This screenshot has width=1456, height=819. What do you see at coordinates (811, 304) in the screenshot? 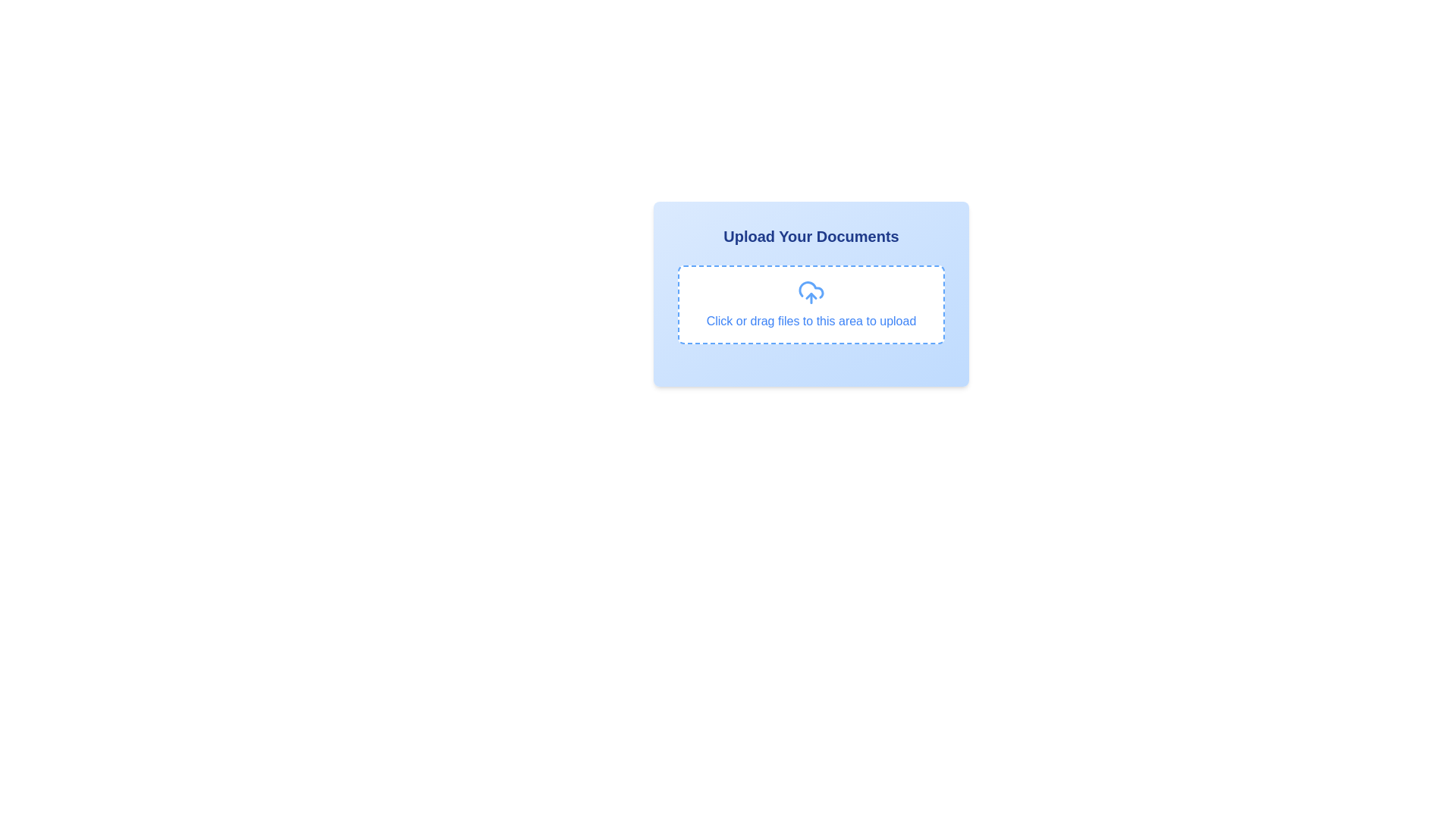
I see `the file upload area, which has a dashed blue border and instructional text saying 'Click or drag files to this area to upload'` at bounding box center [811, 304].